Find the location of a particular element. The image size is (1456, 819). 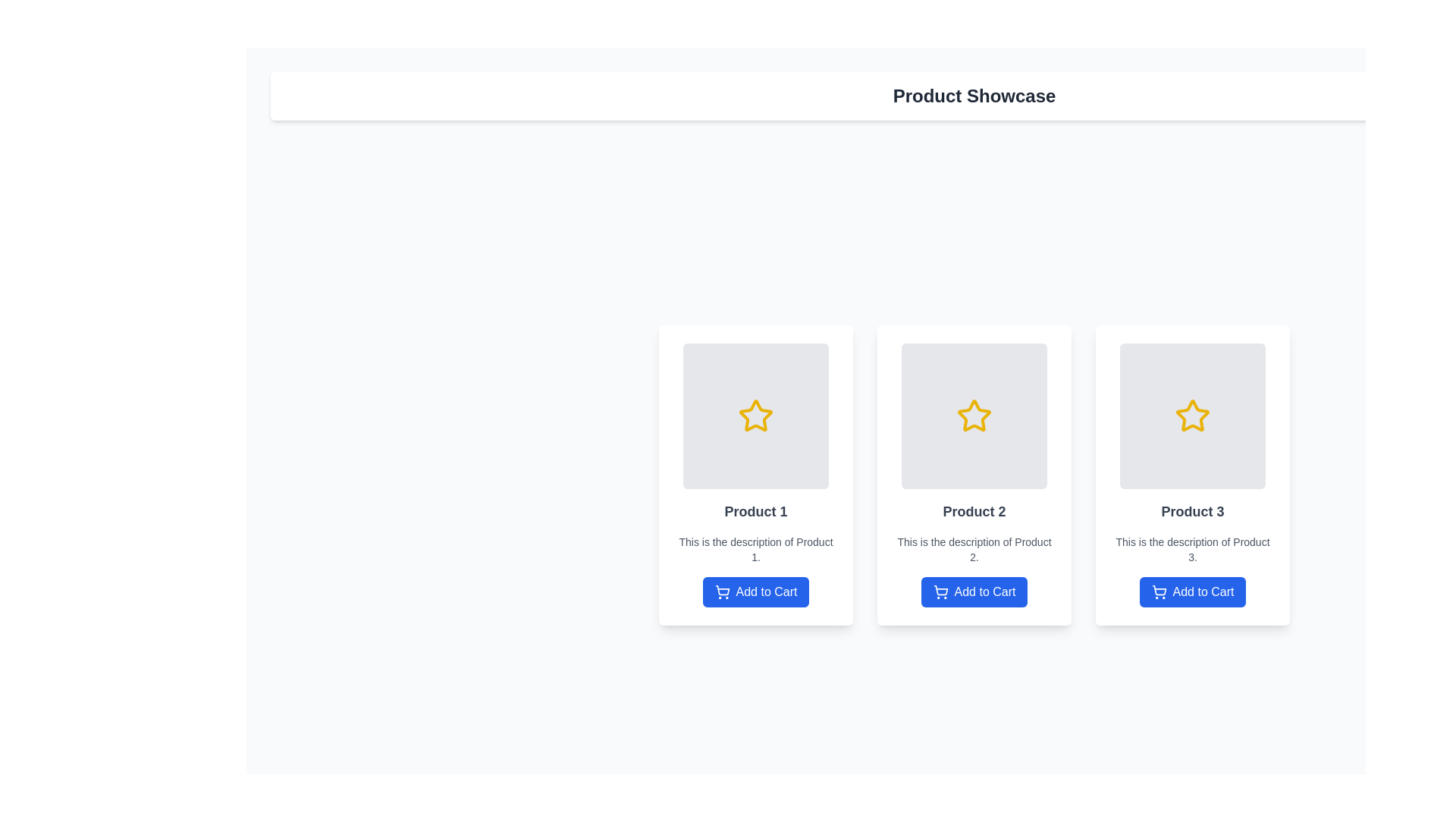

the 'Add to Cart' button with a blue rectangular shape and shopping cart icon located at the bottom-center of 'Product 2' is located at coordinates (974, 591).